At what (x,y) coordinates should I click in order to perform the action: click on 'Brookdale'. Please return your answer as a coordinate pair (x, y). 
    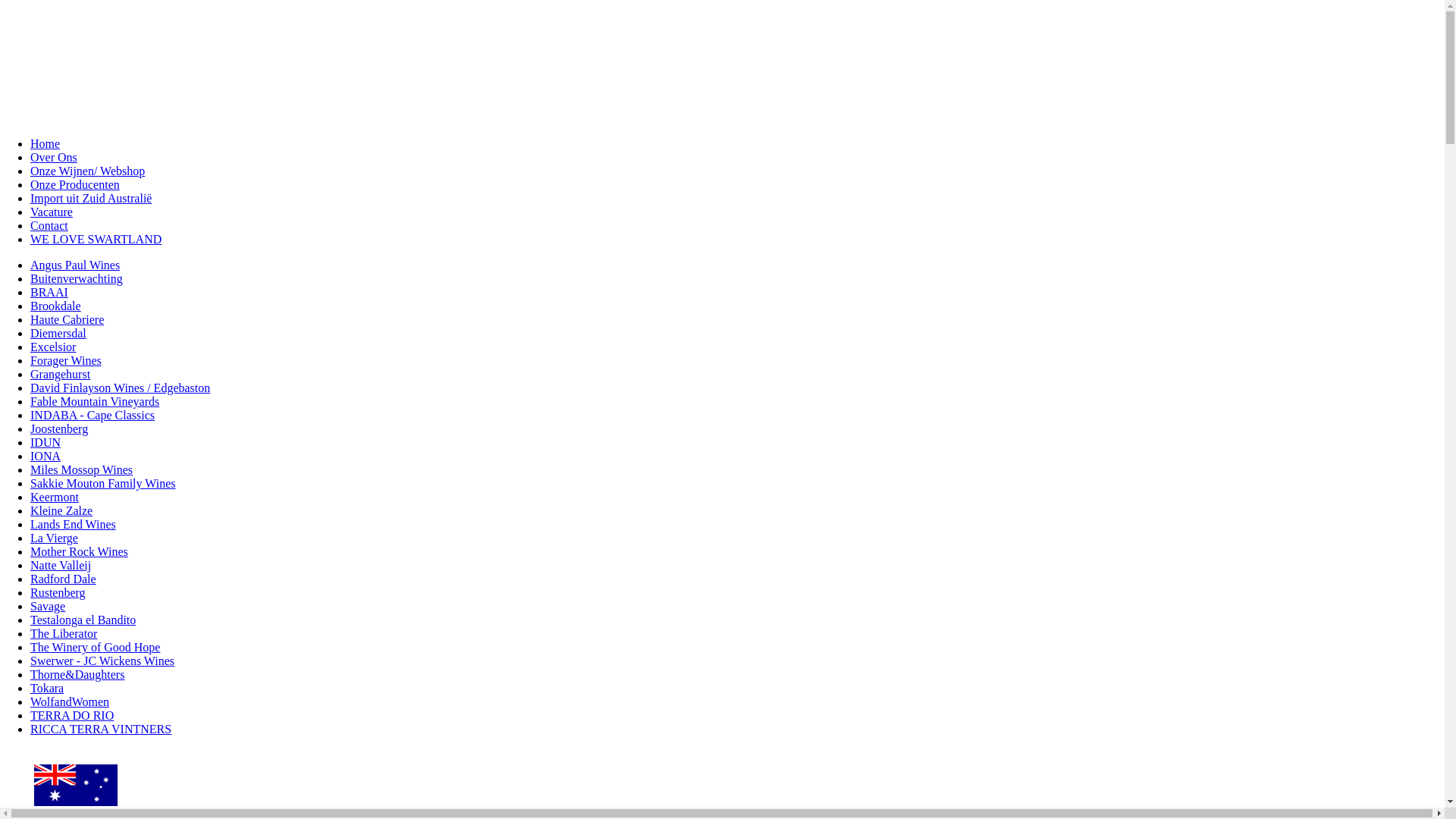
    Looking at the image, I should click on (55, 306).